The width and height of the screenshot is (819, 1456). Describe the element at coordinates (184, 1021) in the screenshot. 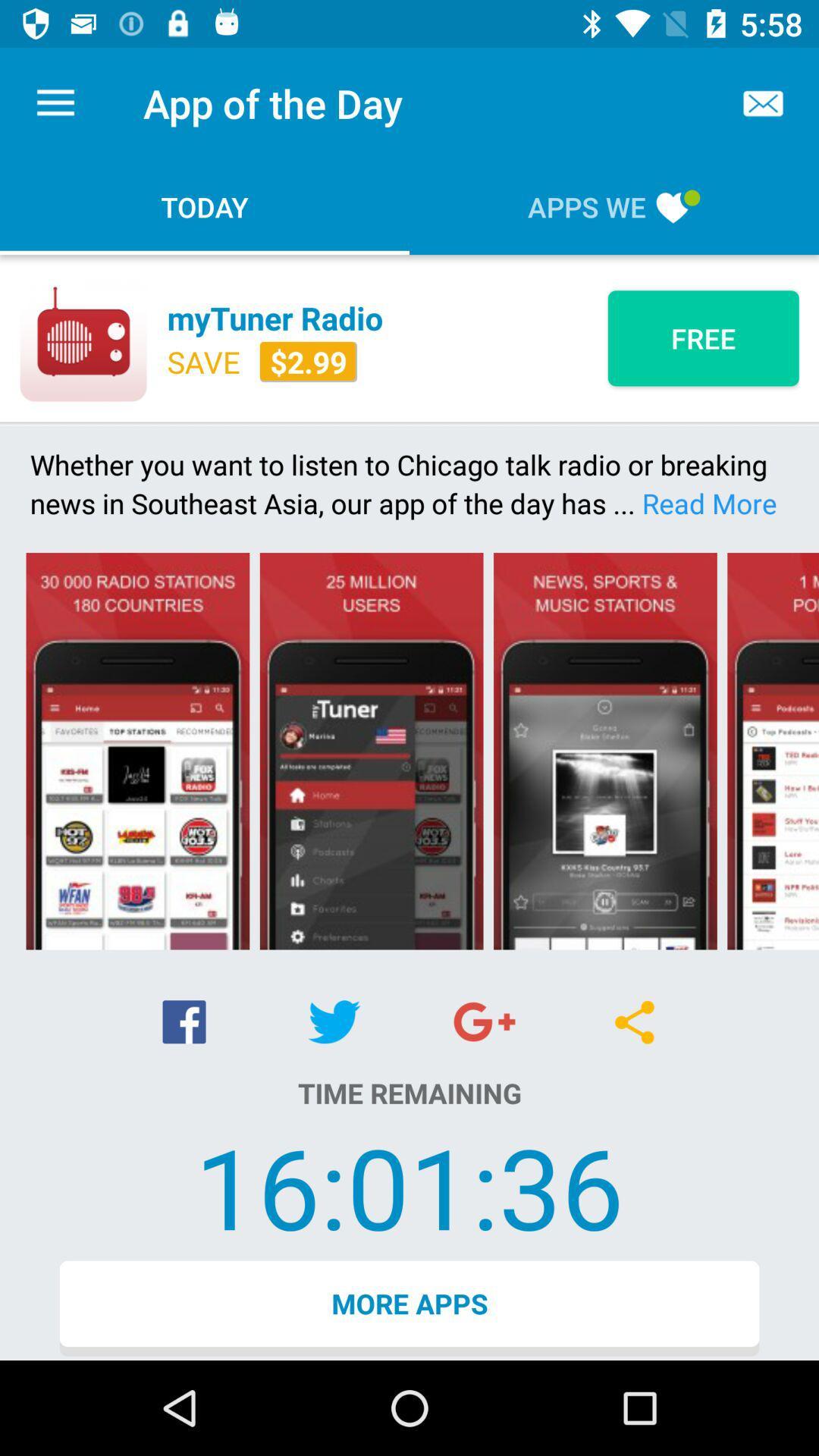

I see `the icon at the bottom left corner` at that location.